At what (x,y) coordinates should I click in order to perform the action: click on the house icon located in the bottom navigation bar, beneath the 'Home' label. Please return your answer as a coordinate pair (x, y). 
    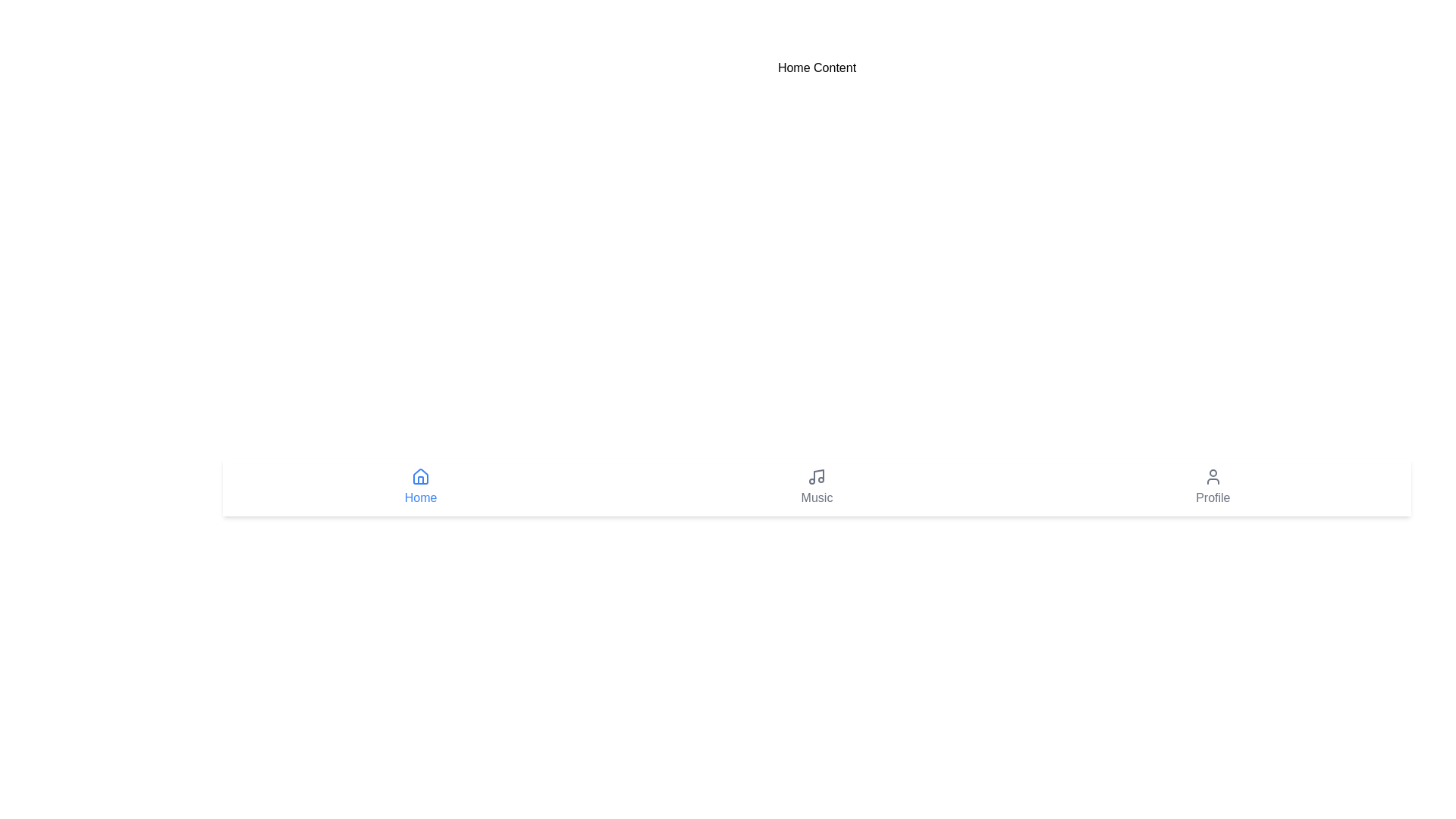
    Looking at the image, I should click on (421, 475).